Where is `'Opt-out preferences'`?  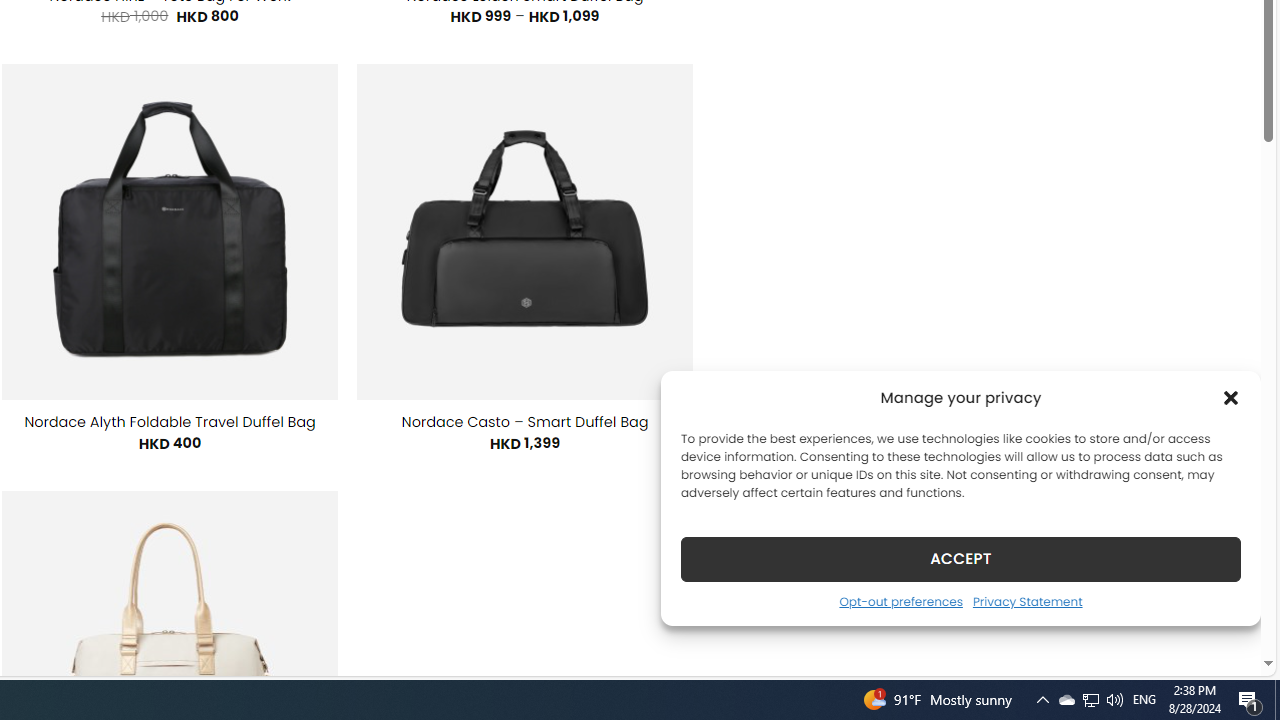
'Opt-out preferences' is located at coordinates (899, 600).